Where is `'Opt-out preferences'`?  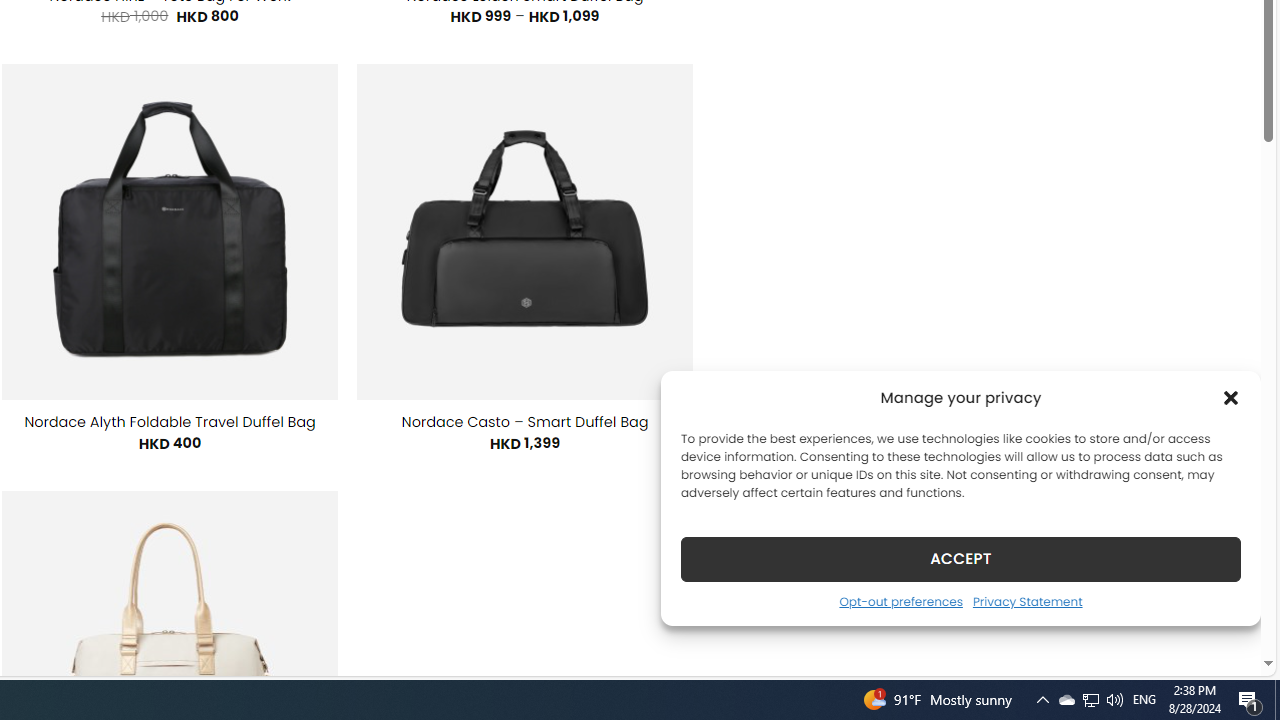
'Opt-out preferences' is located at coordinates (899, 600).